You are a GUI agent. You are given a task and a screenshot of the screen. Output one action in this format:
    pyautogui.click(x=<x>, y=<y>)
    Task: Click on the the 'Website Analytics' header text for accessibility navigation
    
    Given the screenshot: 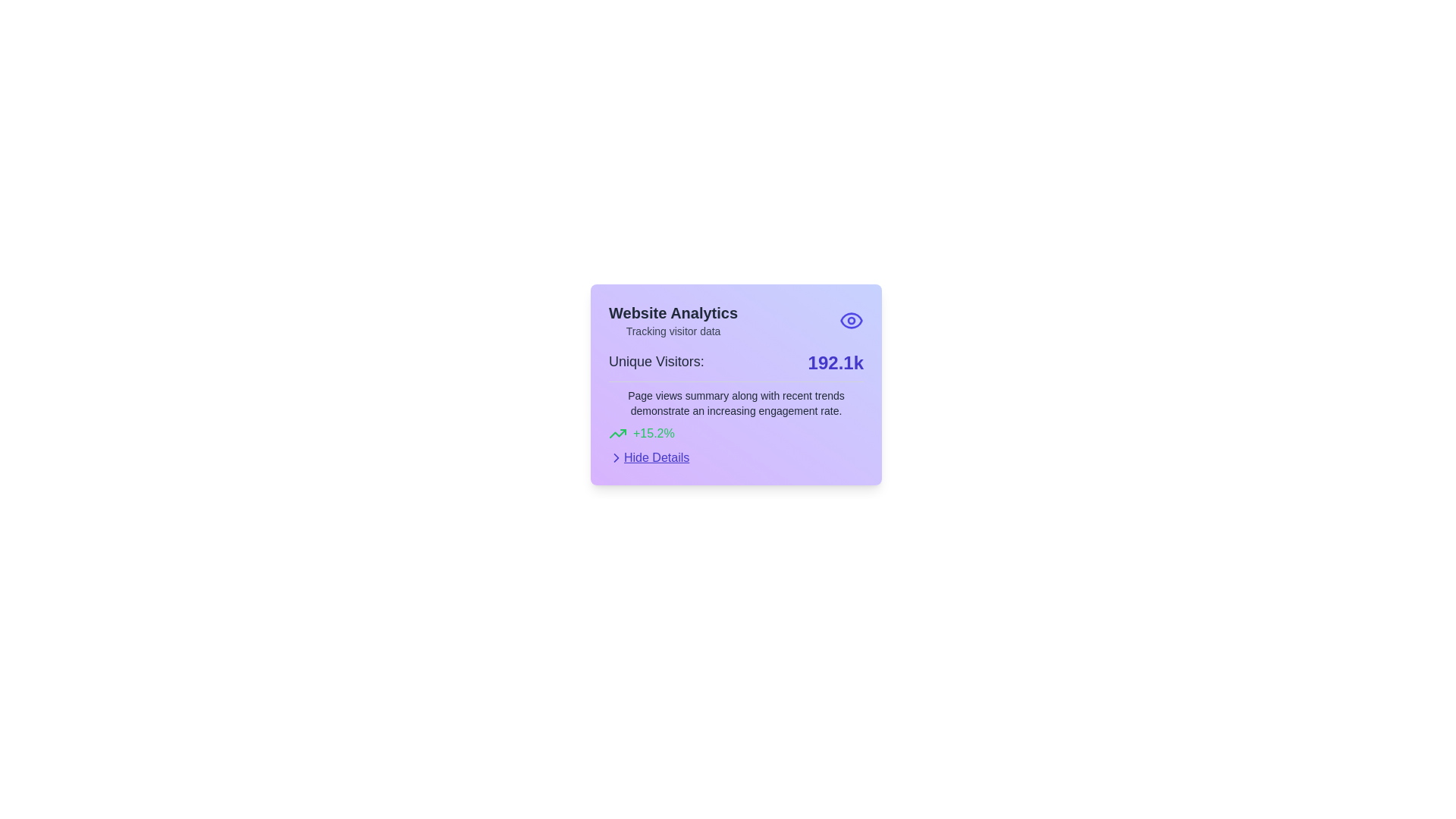 What is the action you would take?
    pyautogui.click(x=736, y=320)
    